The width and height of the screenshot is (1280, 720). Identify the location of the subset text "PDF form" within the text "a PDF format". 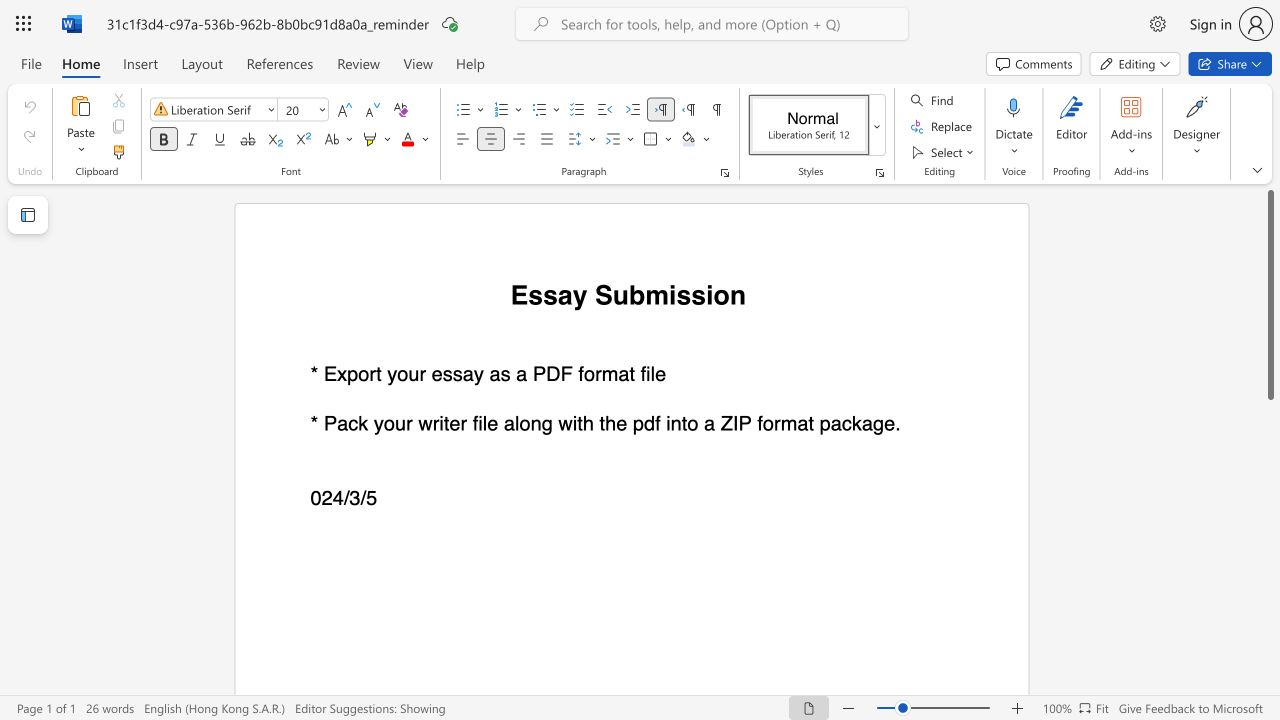
(532, 374).